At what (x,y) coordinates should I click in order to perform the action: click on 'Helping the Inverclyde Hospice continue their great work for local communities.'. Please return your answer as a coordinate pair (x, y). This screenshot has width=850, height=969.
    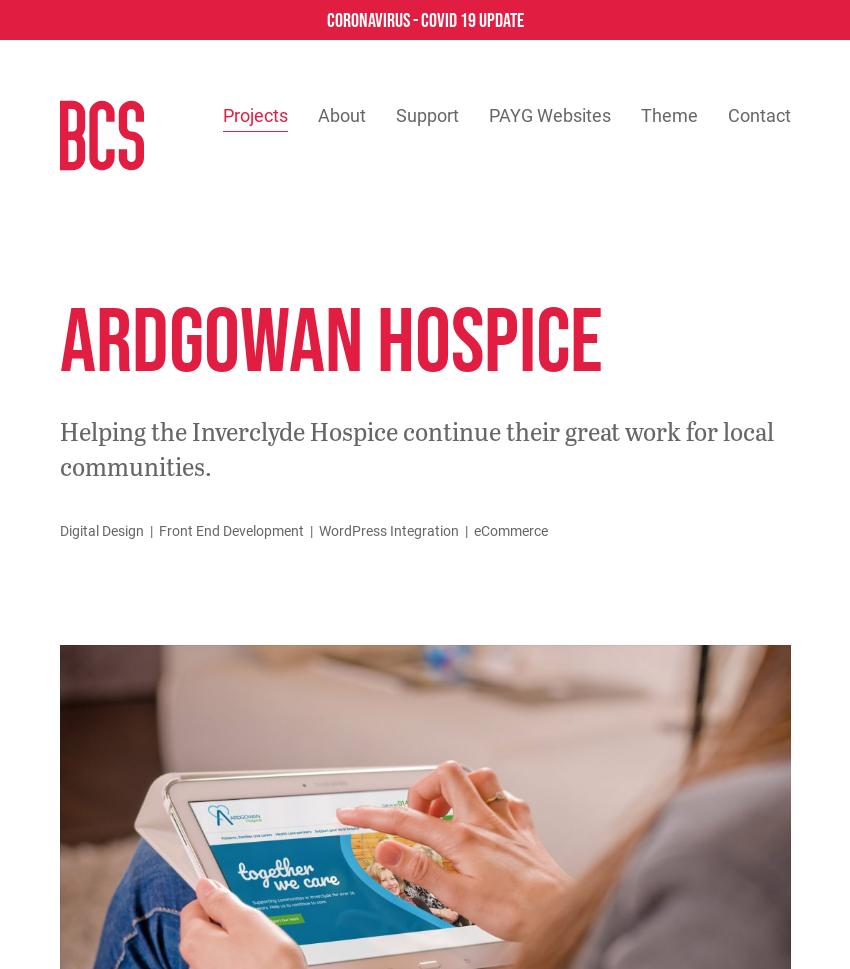
    Looking at the image, I should click on (415, 448).